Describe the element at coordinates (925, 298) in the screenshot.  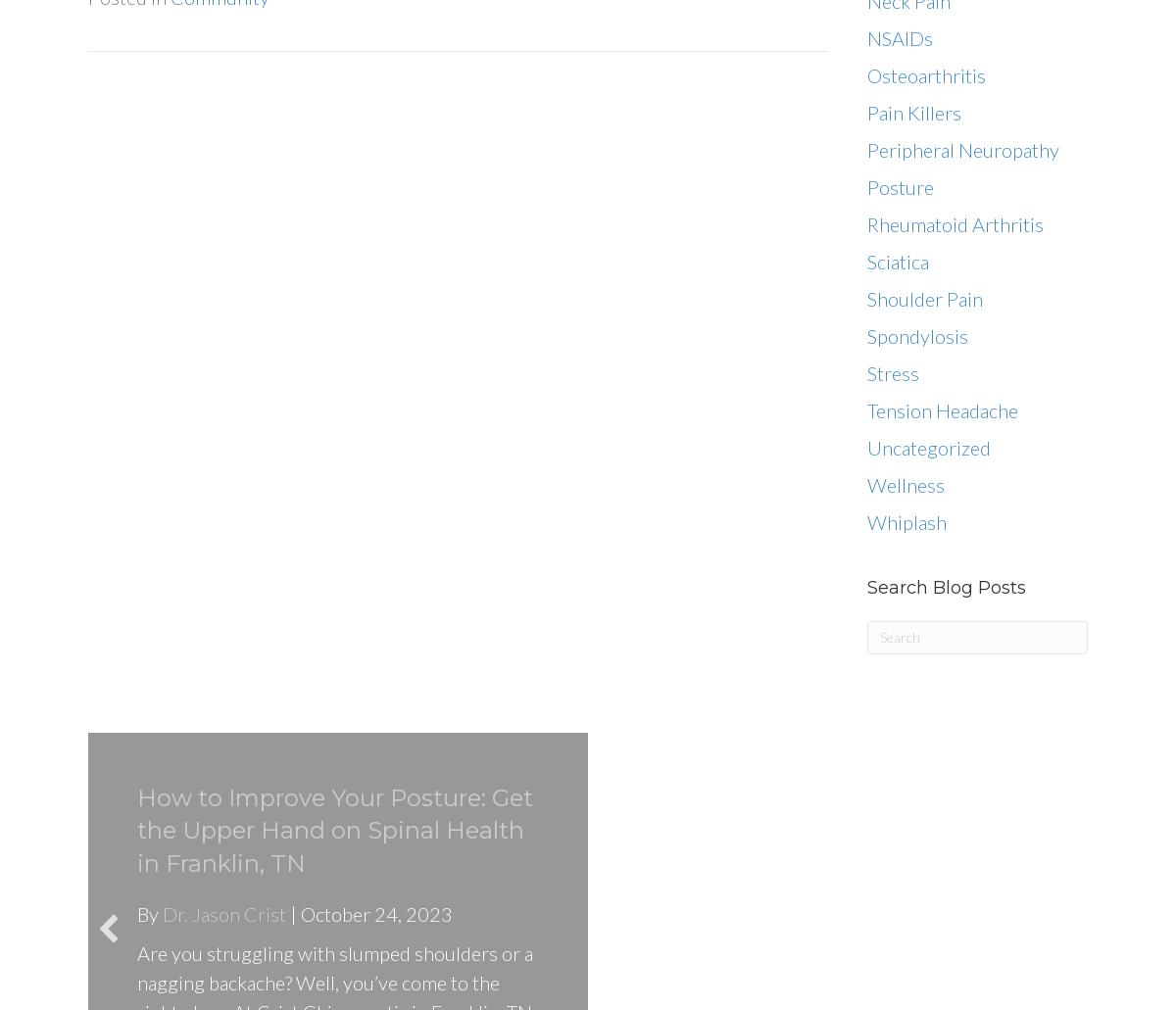
I see `'Shoulder Pain'` at that location.